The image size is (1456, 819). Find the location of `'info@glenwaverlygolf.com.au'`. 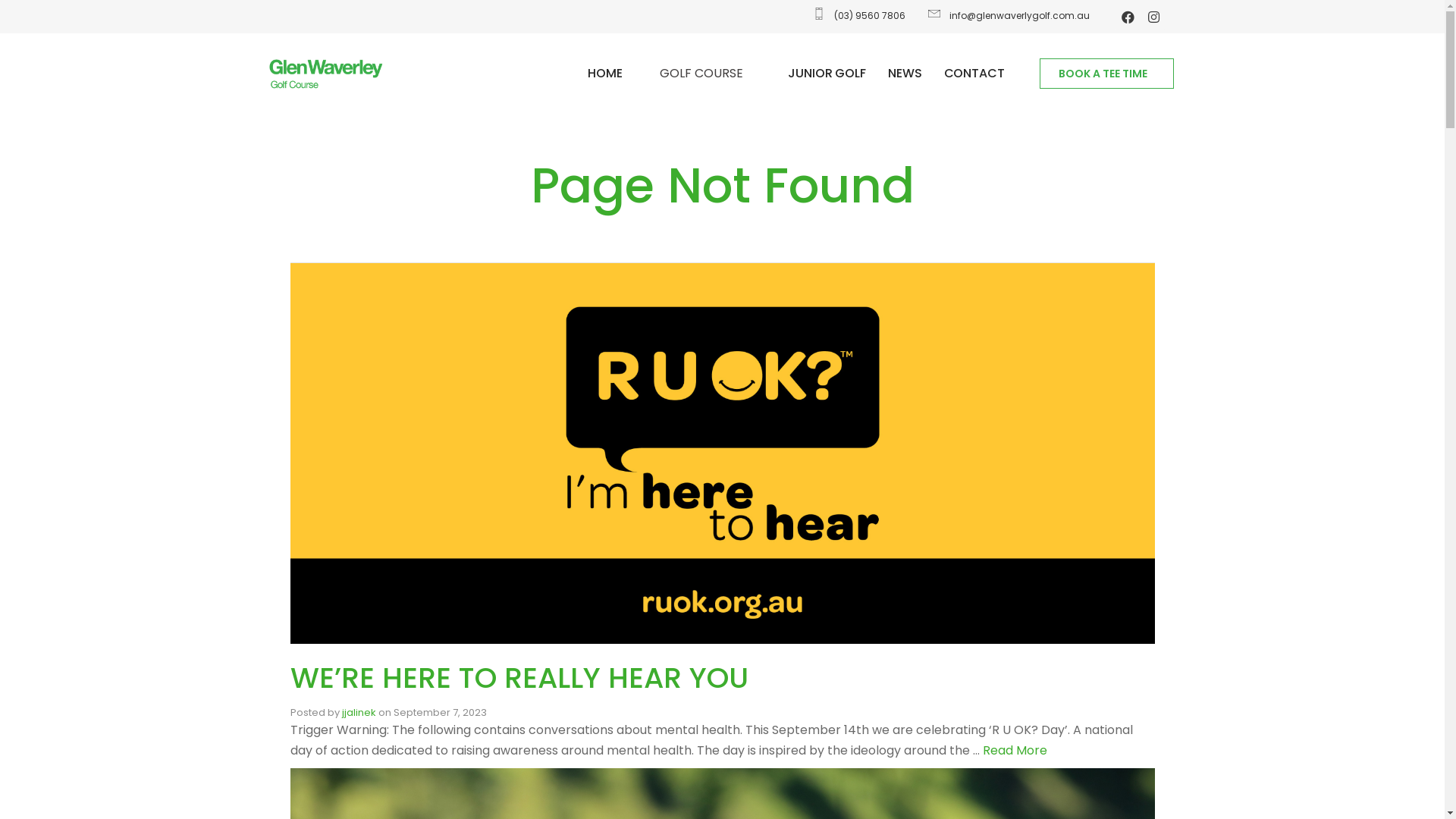

'info@glenwaverlygolf.com.au' is located at coordinates (1007, 15).